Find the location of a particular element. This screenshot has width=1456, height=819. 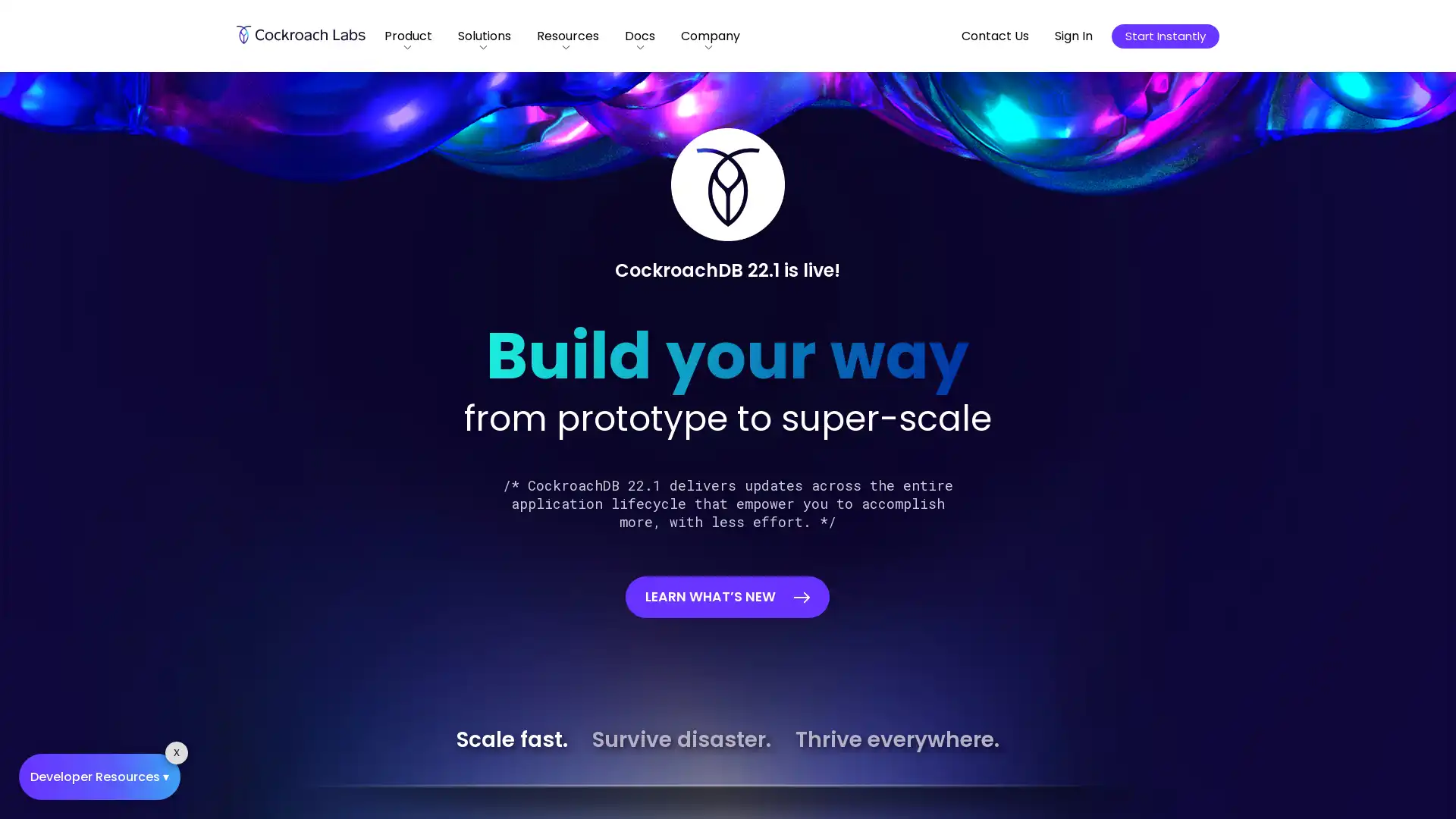

Contact Us is located at coordinates (995, 35).